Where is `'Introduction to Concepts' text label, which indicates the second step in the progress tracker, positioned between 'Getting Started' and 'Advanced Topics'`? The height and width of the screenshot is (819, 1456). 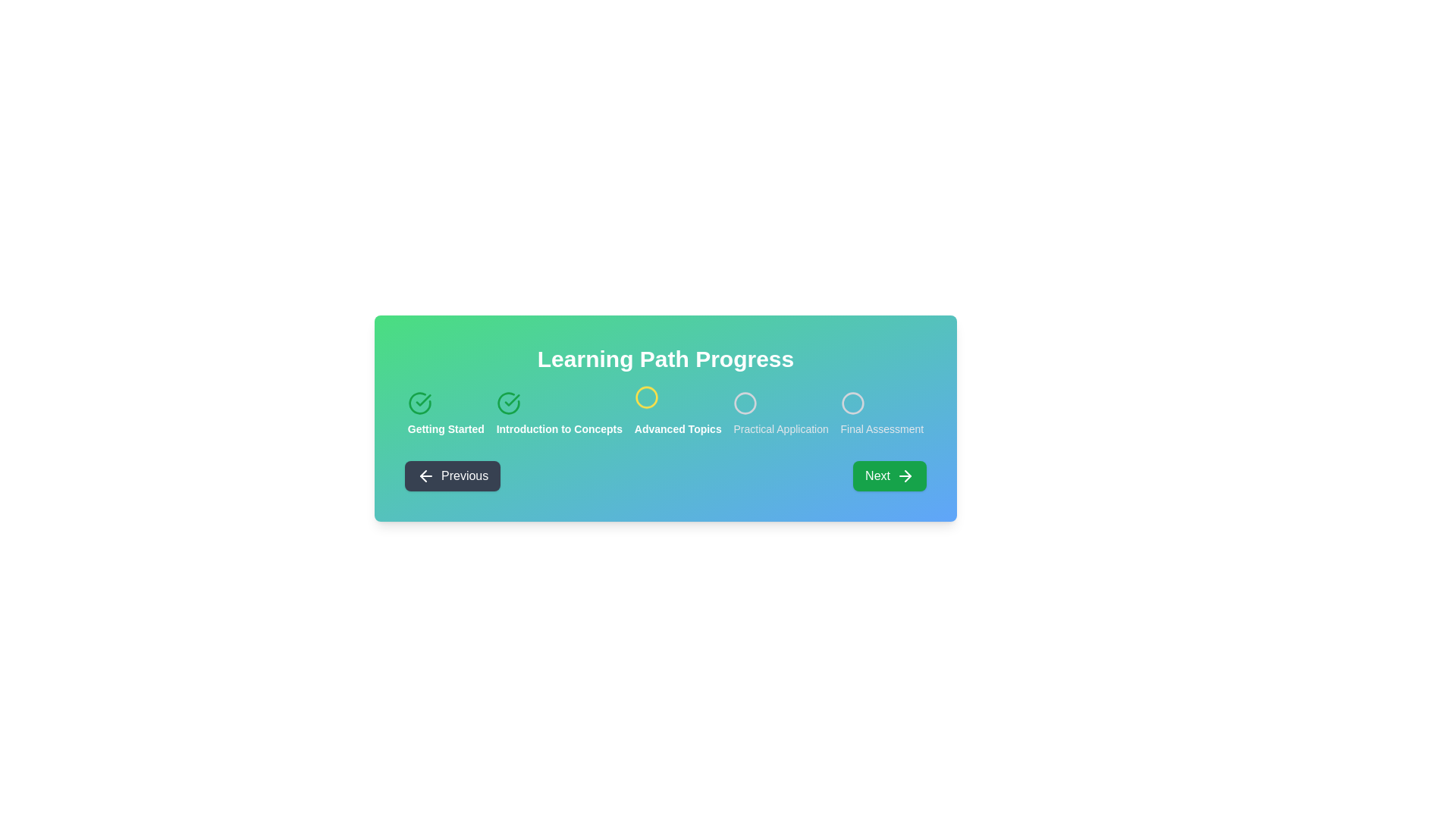 'Introduction to Concepts' text label, which indicates the second step in the progress tracker, positioned between 'Getting Started' and 'Advanced Topics' is located at coordinates (558, 429).